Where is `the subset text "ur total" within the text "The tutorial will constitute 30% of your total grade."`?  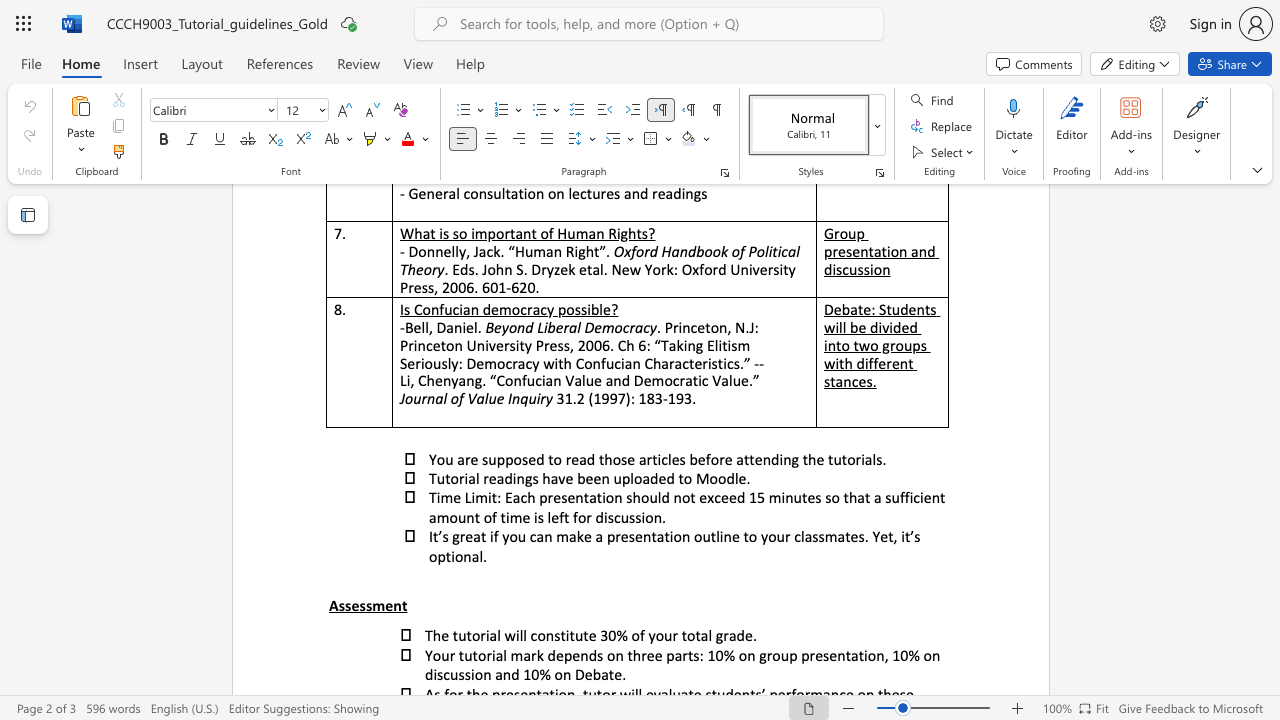 the subset text "ur total" within the text "The tutorial will constitute 30% of your total grade." is located at coordinates (664, 635).